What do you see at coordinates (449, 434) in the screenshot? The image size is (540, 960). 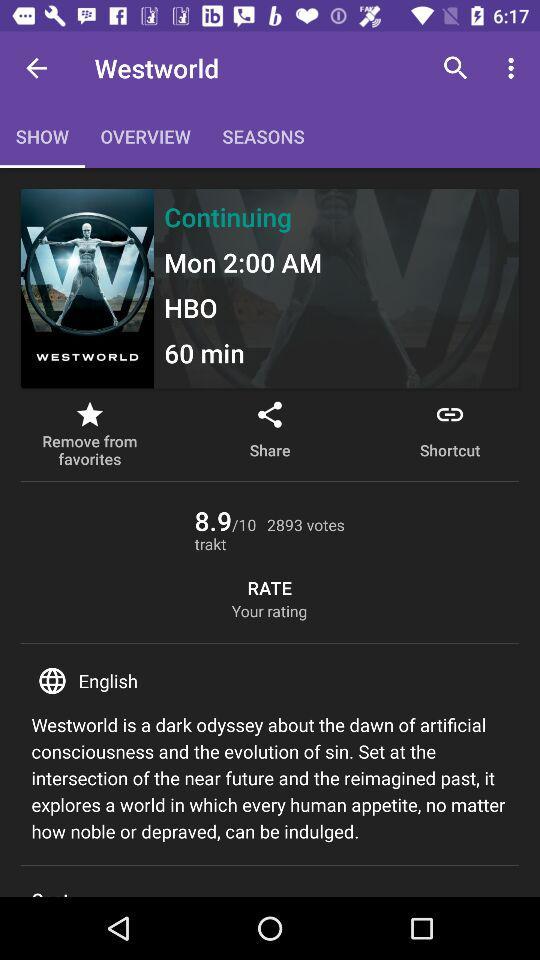 I see `shortcut item` at bounding box center [449, 434].